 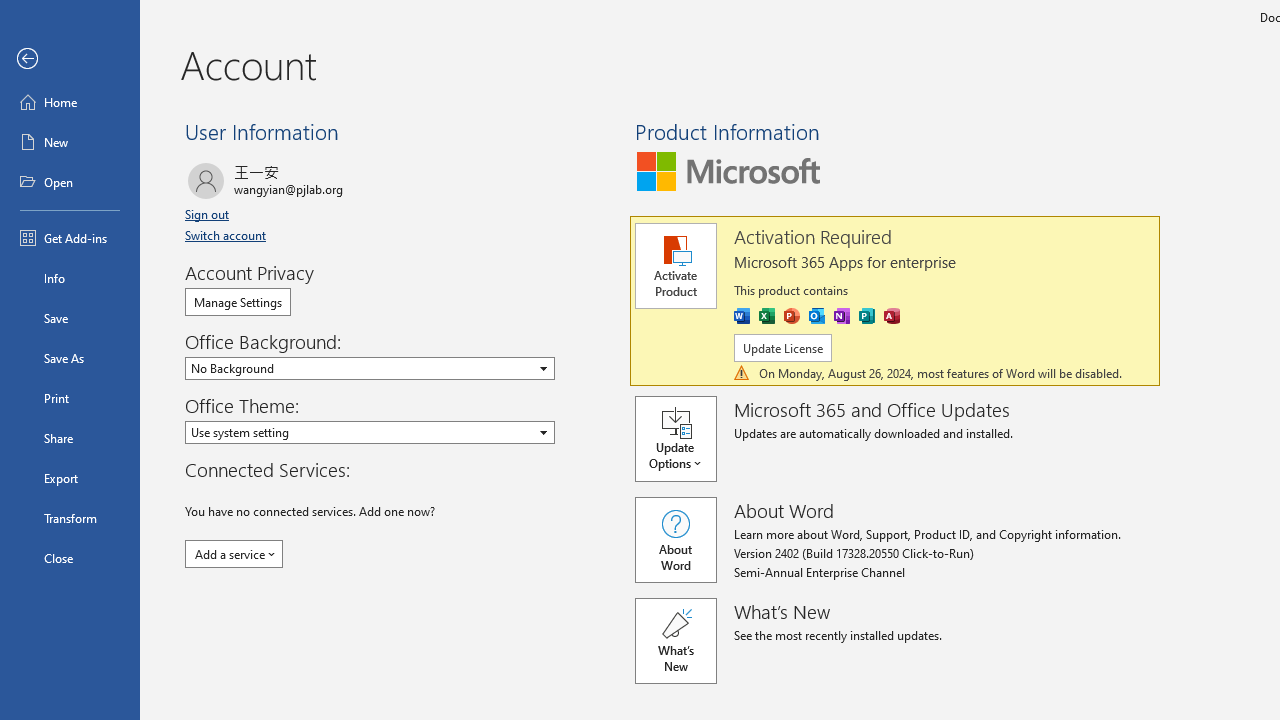 What do you see at coordinates (842, 315) in the screenshot?
I see `'OneNote'` at bounding box center [842, 315].